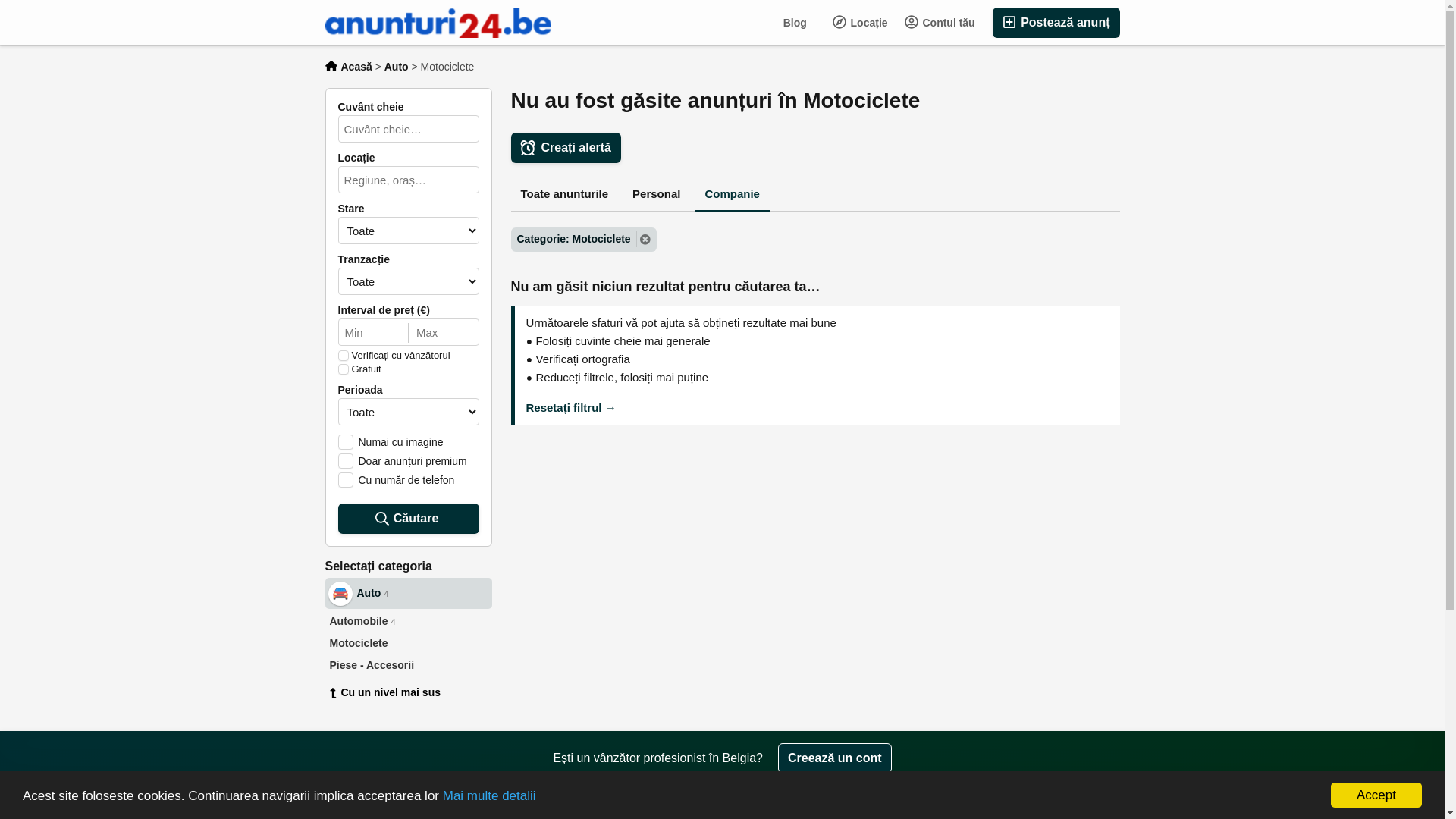 This screenshot has height=819, width=1456. What do you see at coordinates (489, 795) in the screenshot?
I see `'Mai multe detalii'` at bounding box center [489, 795].